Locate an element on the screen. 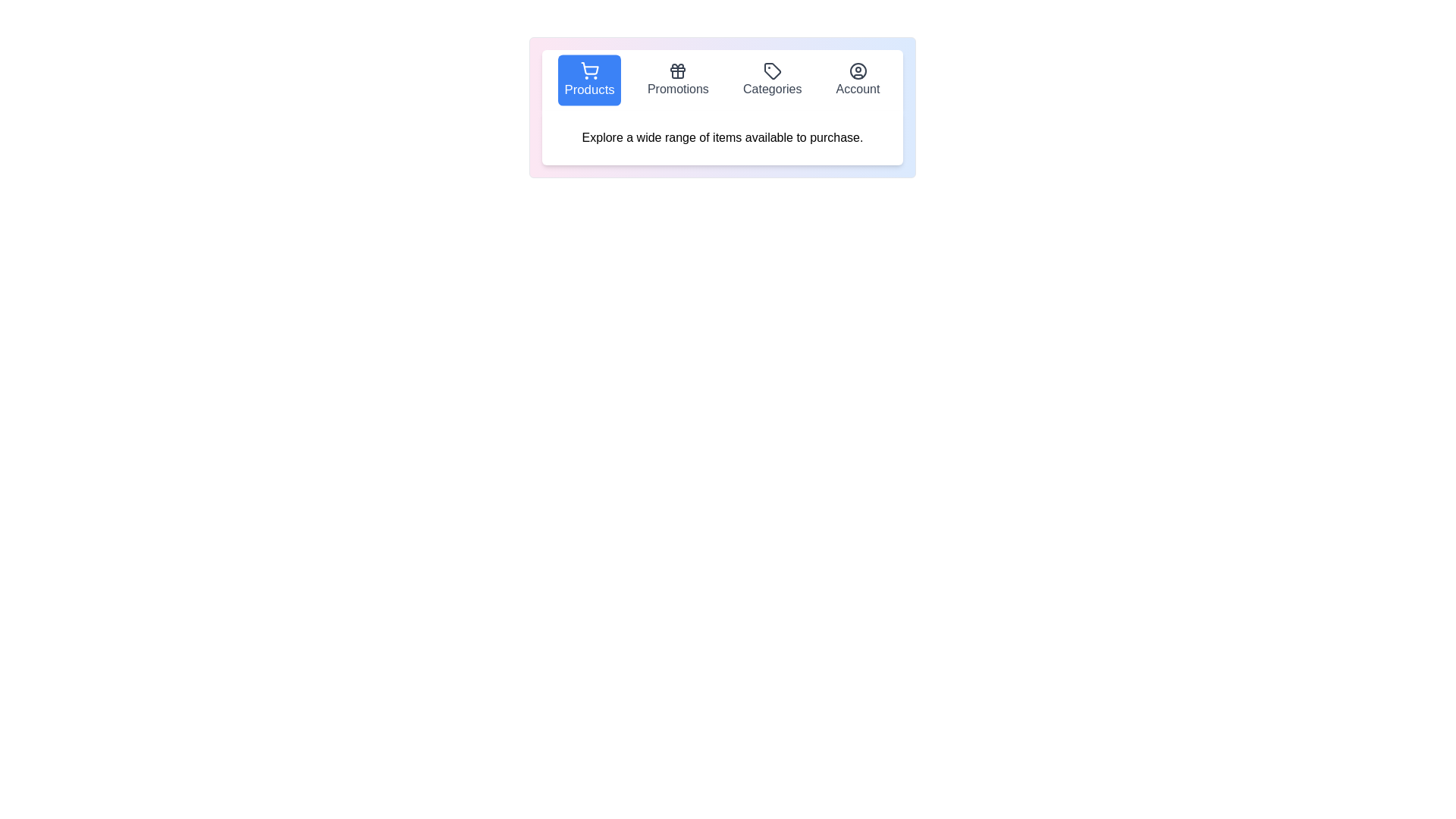 The width and height of the screenshot is (1456, 819). the Products tab to observe its visual feedback is located at coordinates (588, 80).